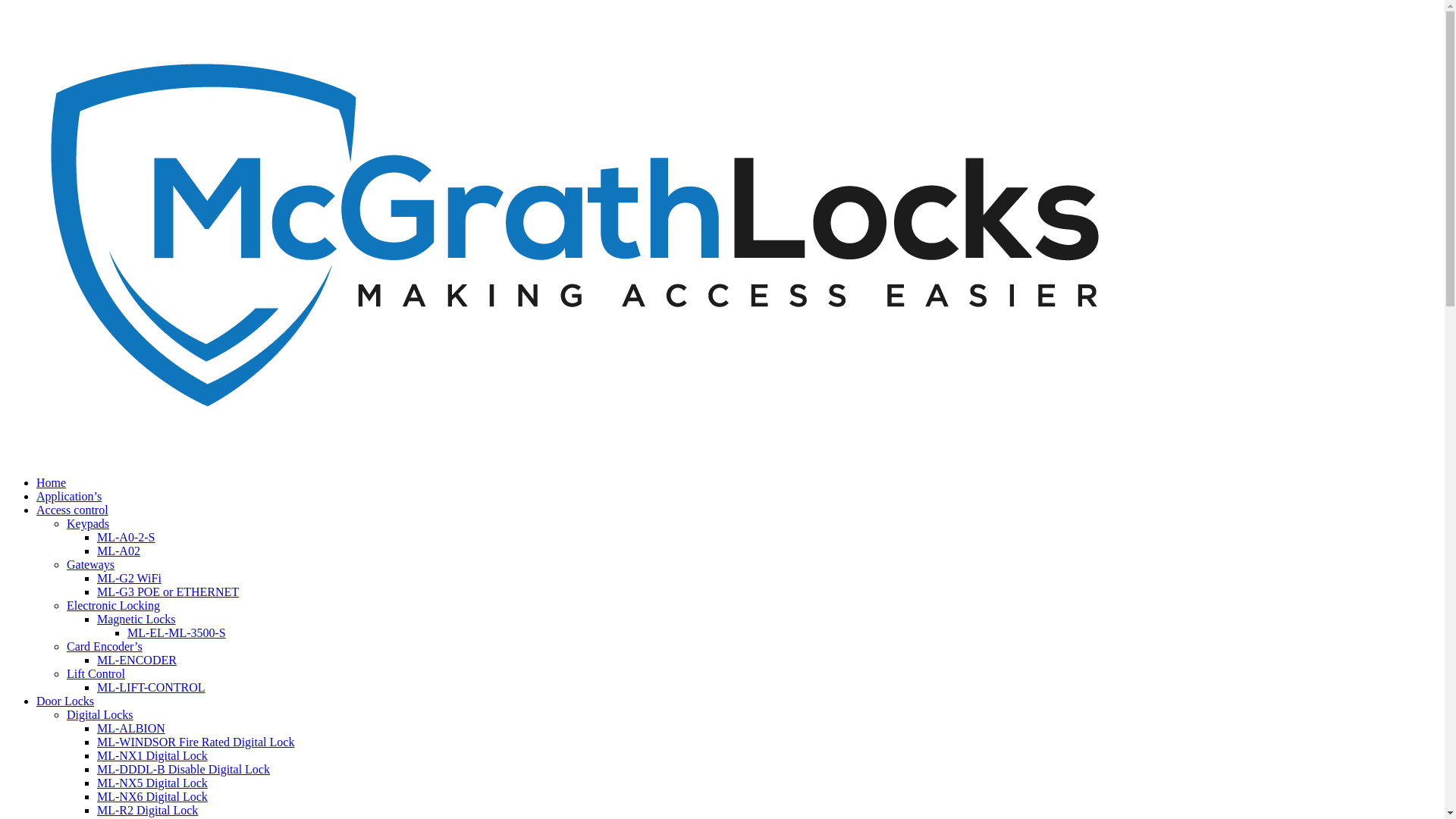 This screenshot has width=1456, height=819. What do you see at coordinates (51, 482) in the screenshot?
I see `'Home'` at bounding box center [51, 482].